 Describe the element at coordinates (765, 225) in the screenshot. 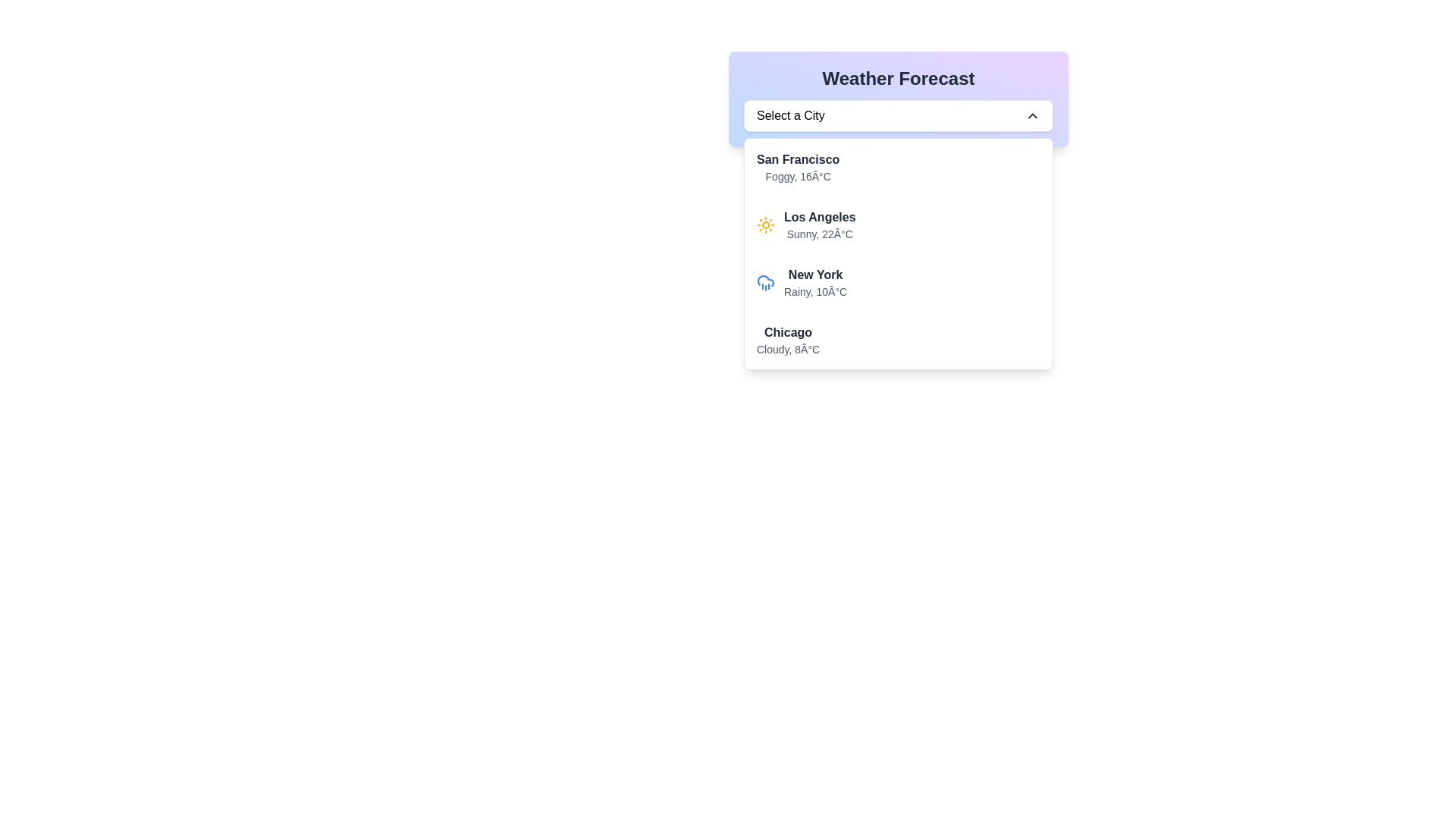

I see `the sunny weather icon located to the left of the text 'Los Angeles Sunny, 22°C' in the weather forecast UI` at that location.